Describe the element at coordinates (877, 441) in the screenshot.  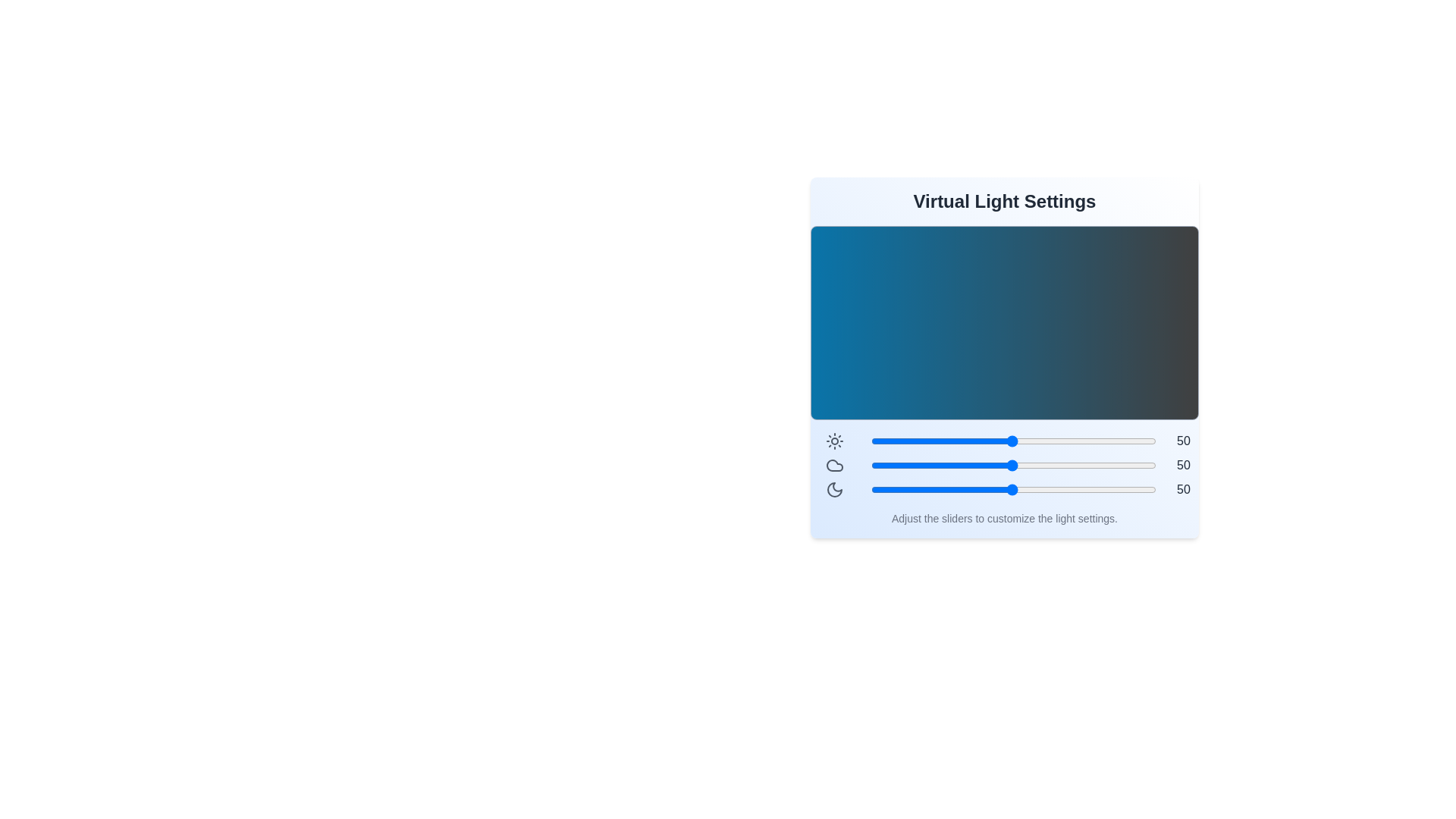
I see `the brightness slider to 3 level` at that location.